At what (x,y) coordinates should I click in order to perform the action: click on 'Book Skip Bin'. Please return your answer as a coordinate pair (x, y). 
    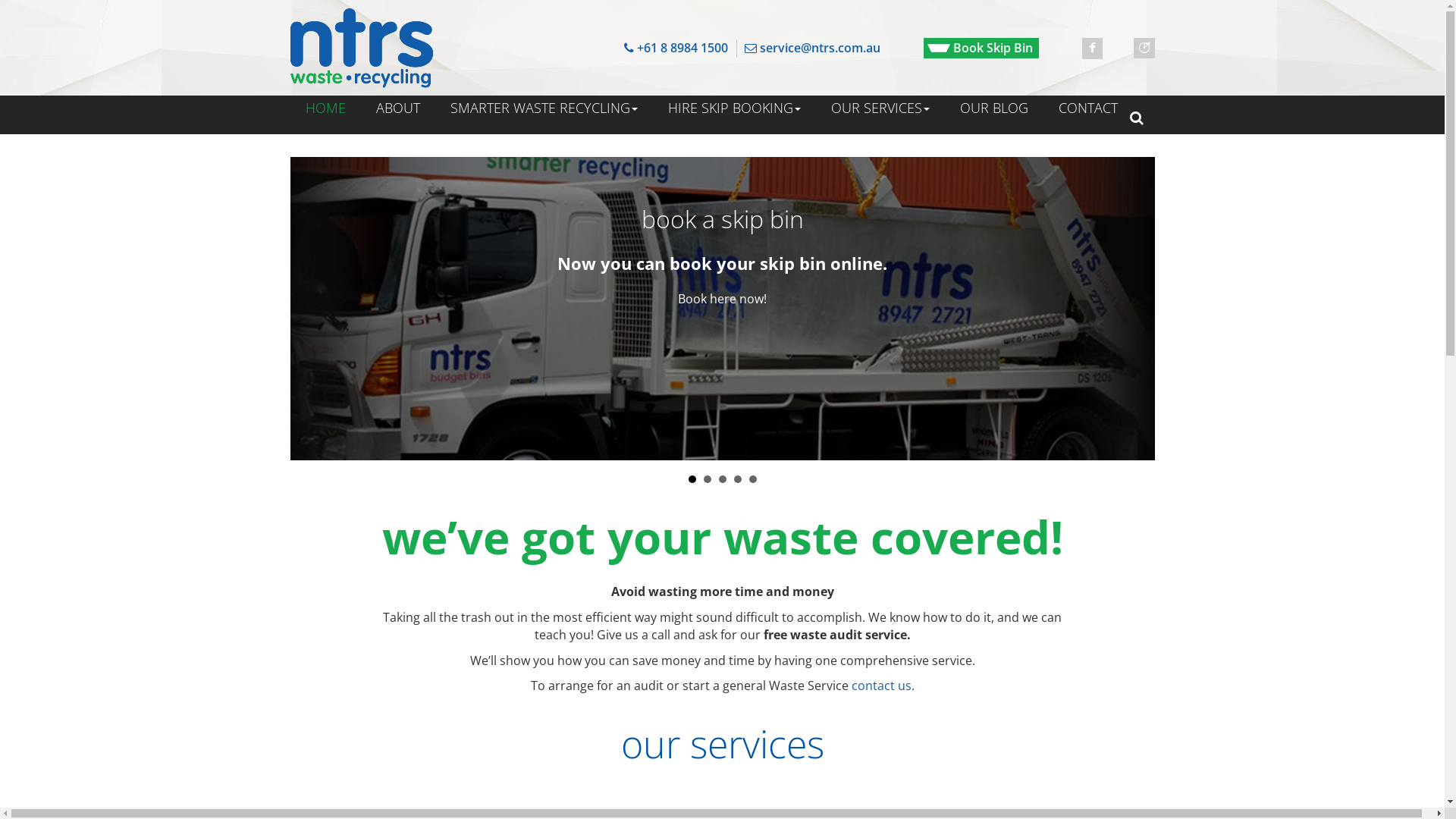
    Looking at the image, I should click on (981, 47).